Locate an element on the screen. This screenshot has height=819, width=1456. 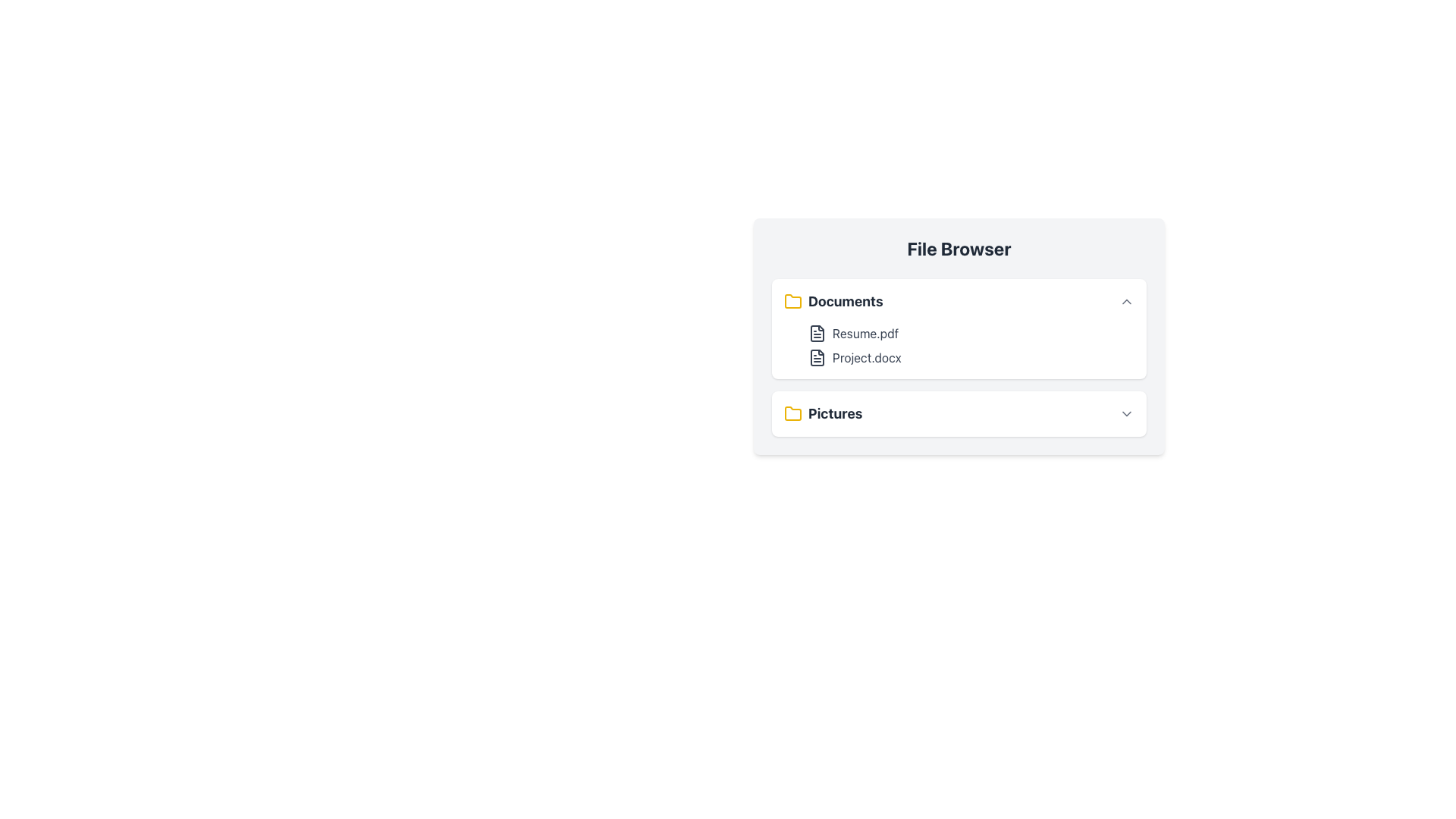
text of the label representing the folder in the 'File Browser' interface, located to the right of the yellow folder icon is located at coordinates (845, 301).